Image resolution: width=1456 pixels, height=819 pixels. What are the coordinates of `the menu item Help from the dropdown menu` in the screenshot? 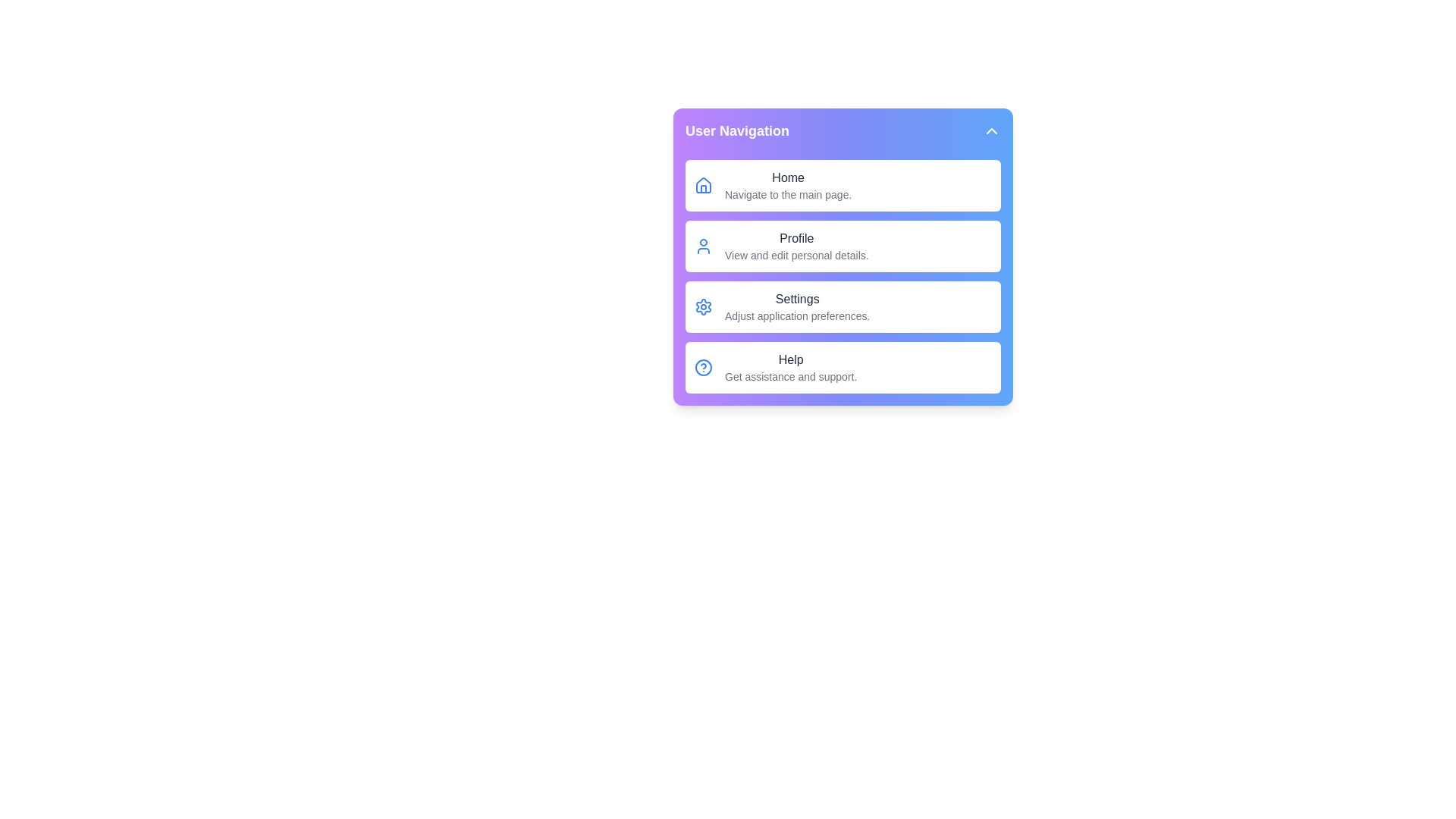 It's located at (843, 368).